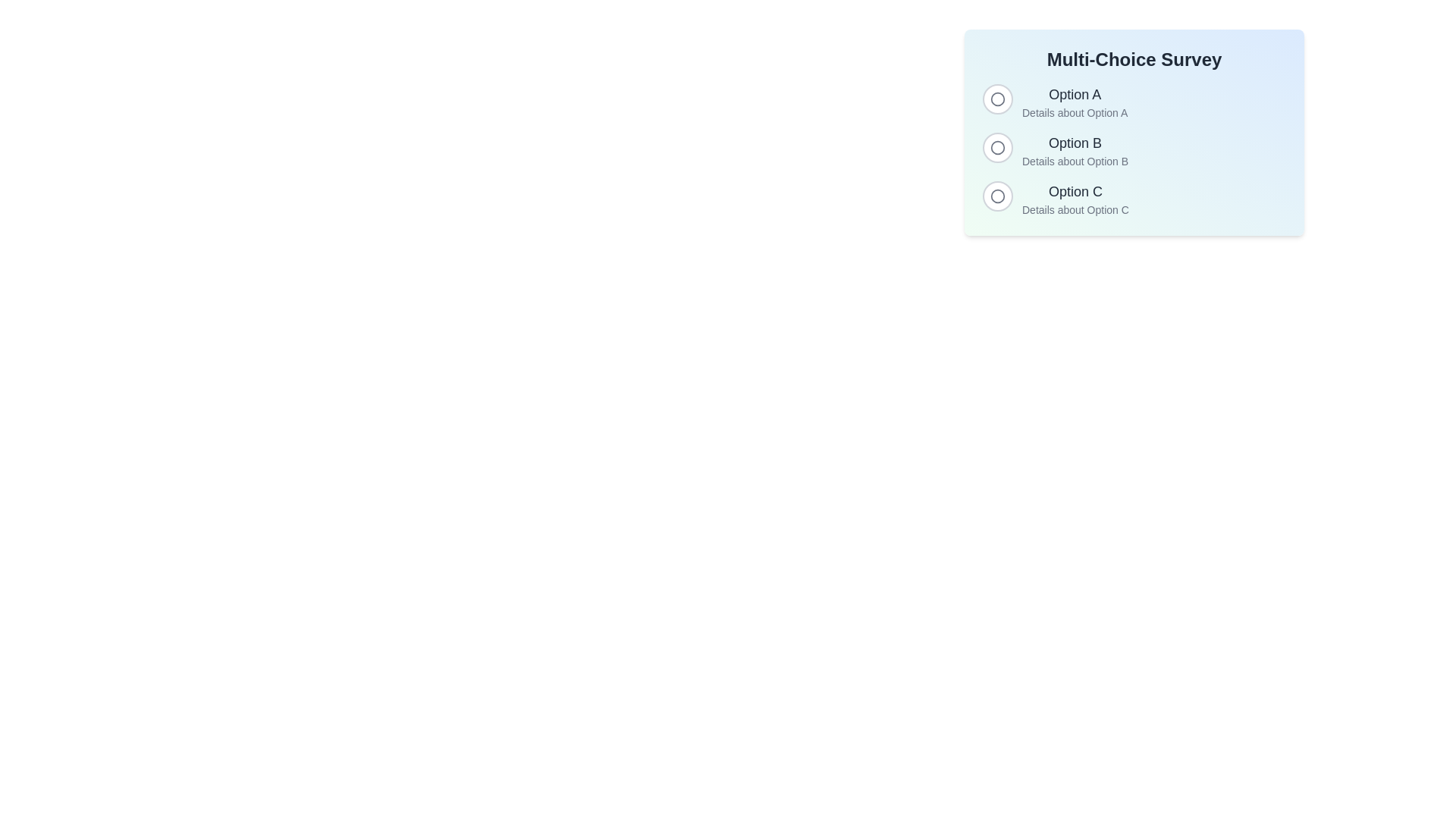  What do you see at coordinates (1134, 58) in the screenshot?
I see `the header text 'Multi-Choice Survey', which is displayed in bold, large-sized dark gray font at the top of the multi-choice survey form` at bounding box center [1134, 58].